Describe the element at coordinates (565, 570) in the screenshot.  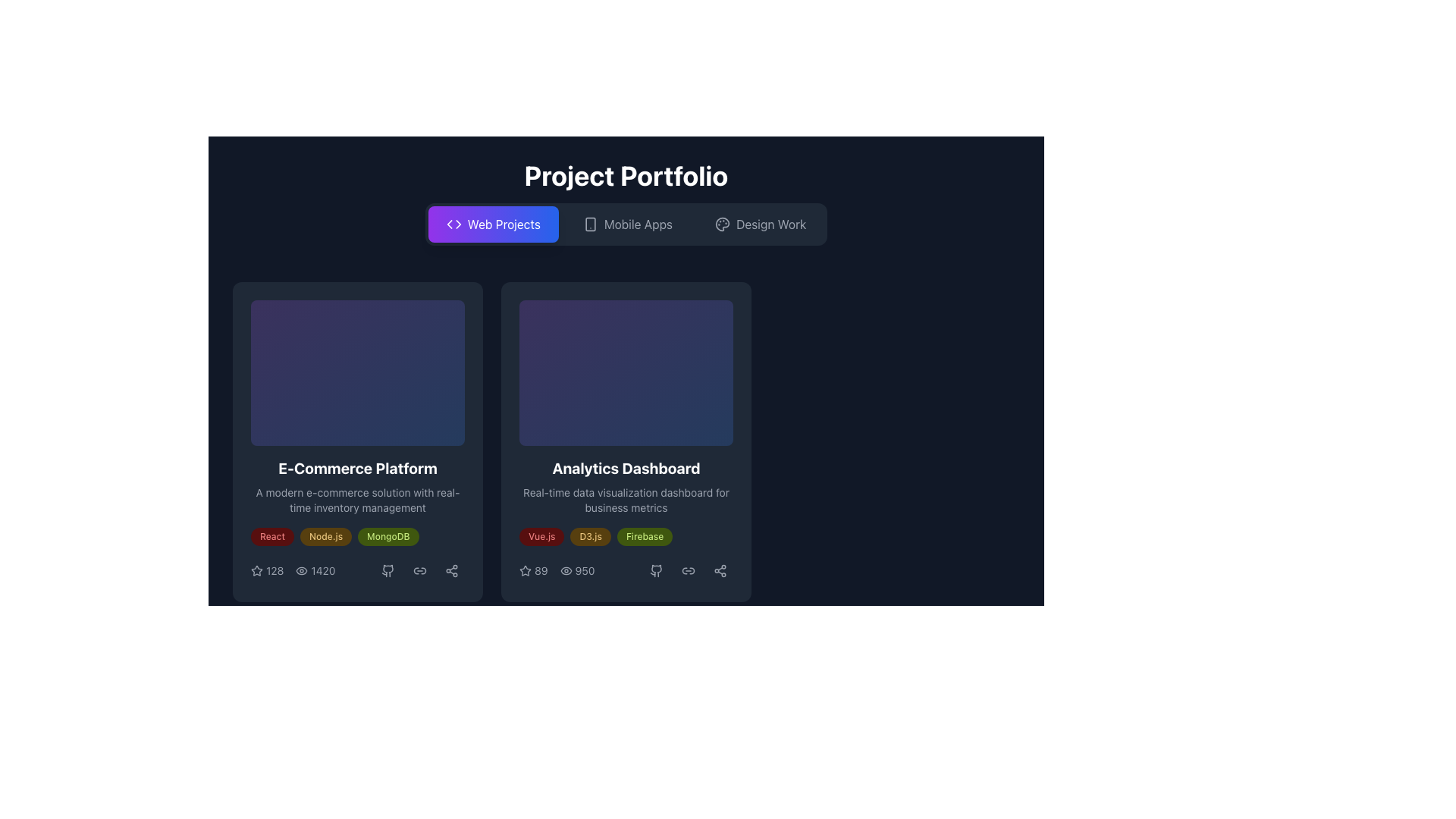
I see `the eye-shaped button in the right section of the second card labeled 'Analytics Dashboard', which signifies visibility or view action` at that location.